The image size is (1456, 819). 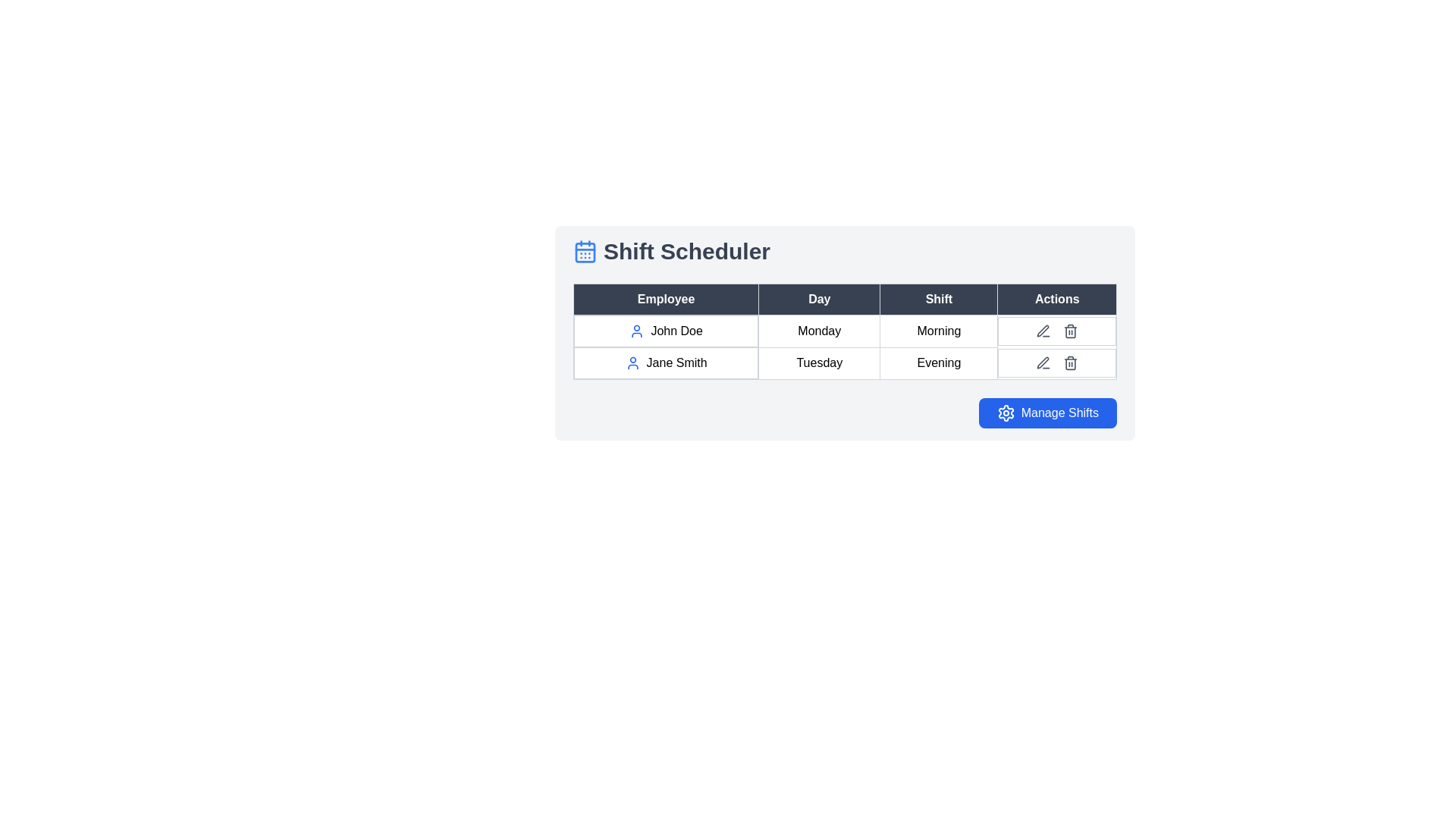 What do you see at coordinates (666, 330) in the screenshot?
I see `the first row in the 'Employee' column of the shift schedule table` at bounding box center [666, 330].